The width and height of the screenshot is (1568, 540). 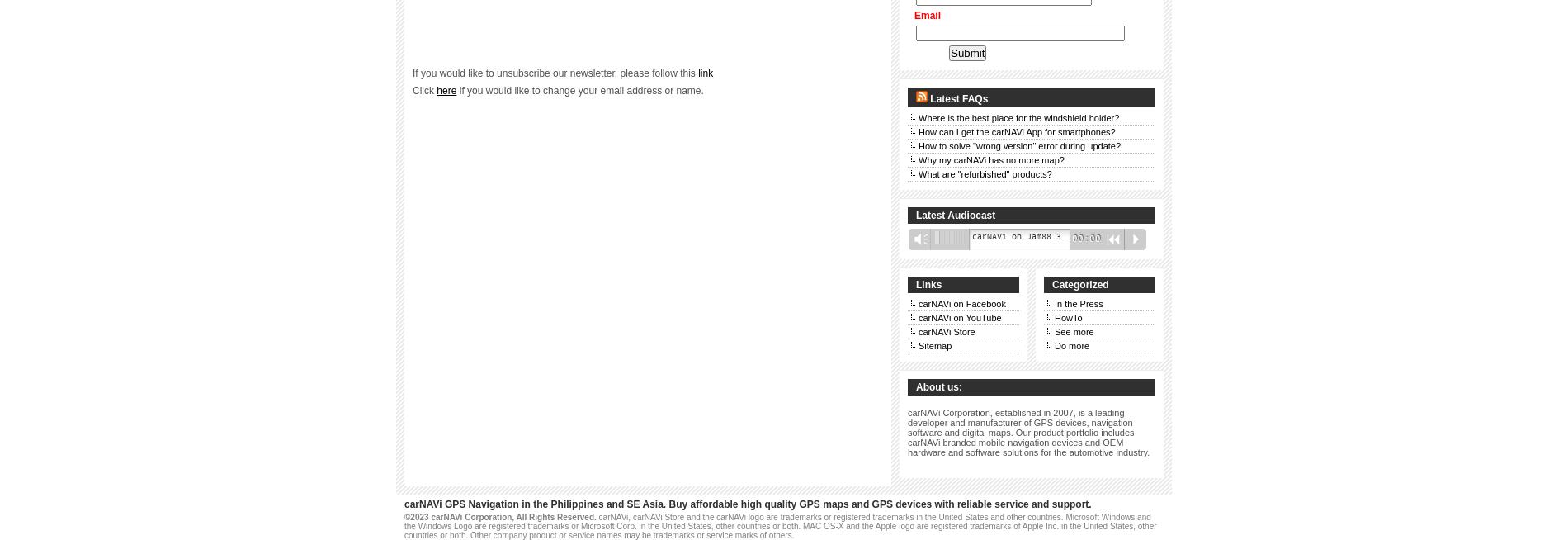 What do you see at coordinates (947, 331) in the screenshot?
I see `'carNAVi Store'` at bounding box center [947, 331].